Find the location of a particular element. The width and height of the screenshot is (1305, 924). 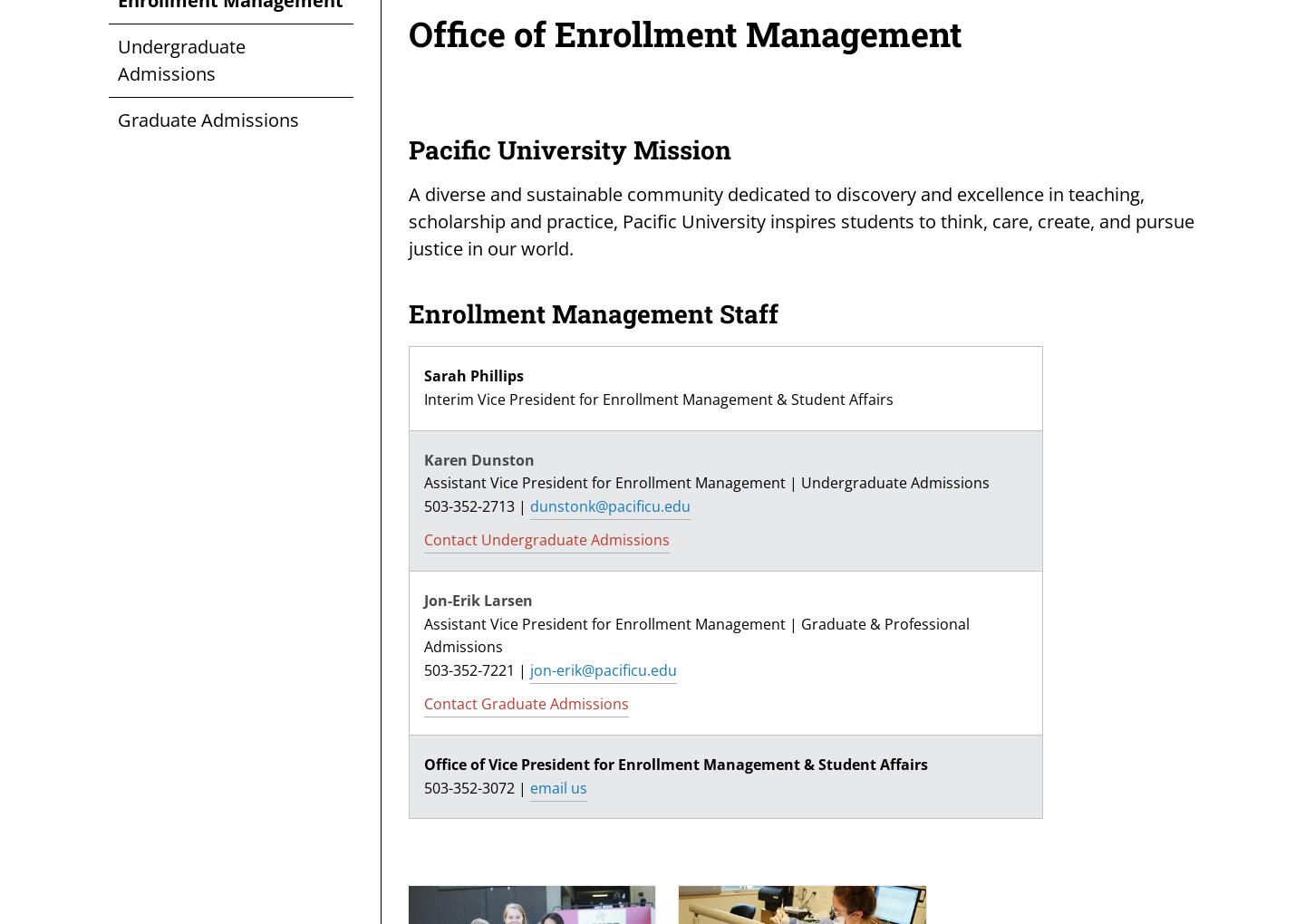

'email us' is located at coordinates (557, 786).